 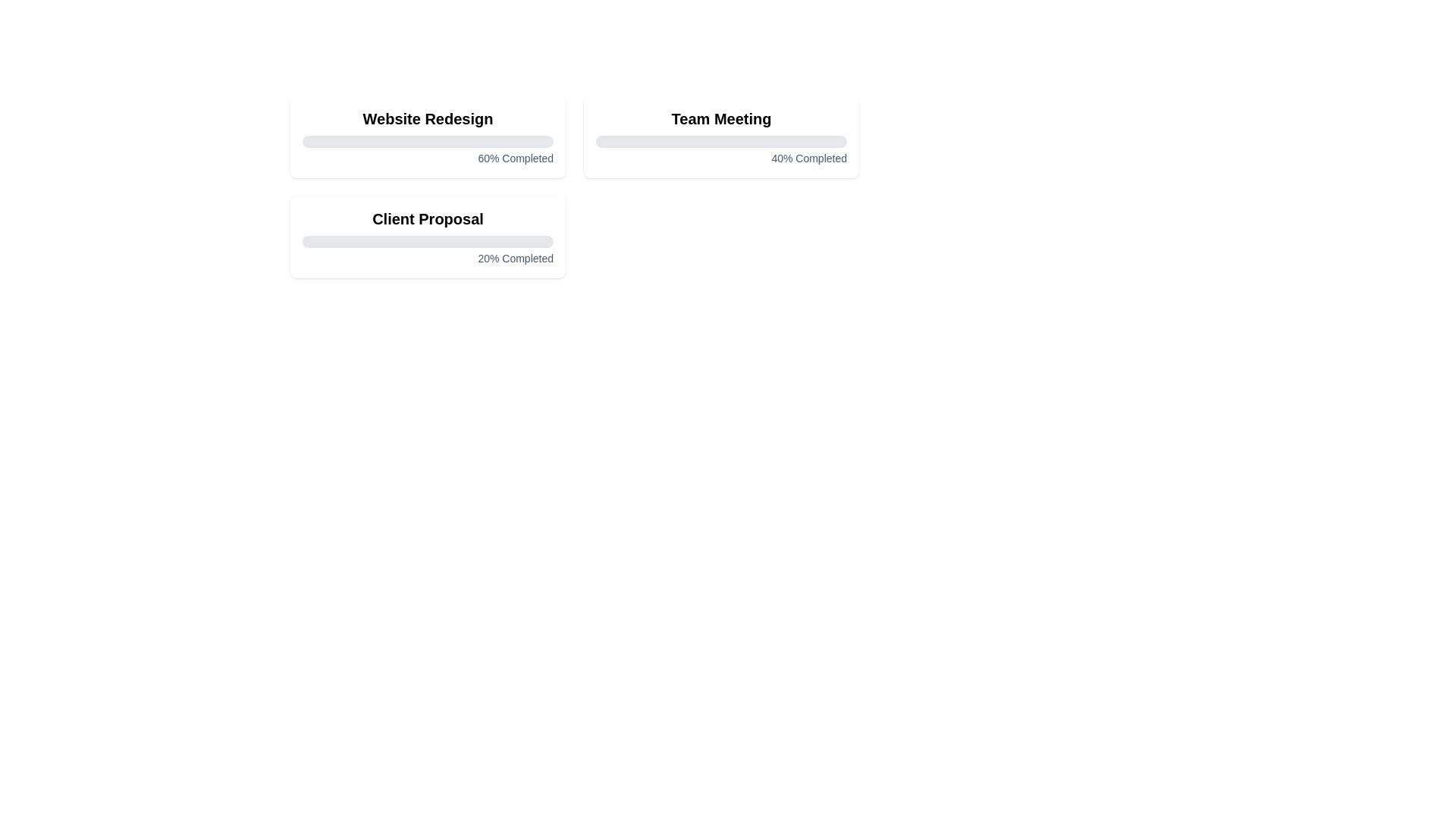 What do you see at coordinates (427, 219) in the screenshot?
I see `the task title Client Proposal to select it` at bounding box center [427, 219].